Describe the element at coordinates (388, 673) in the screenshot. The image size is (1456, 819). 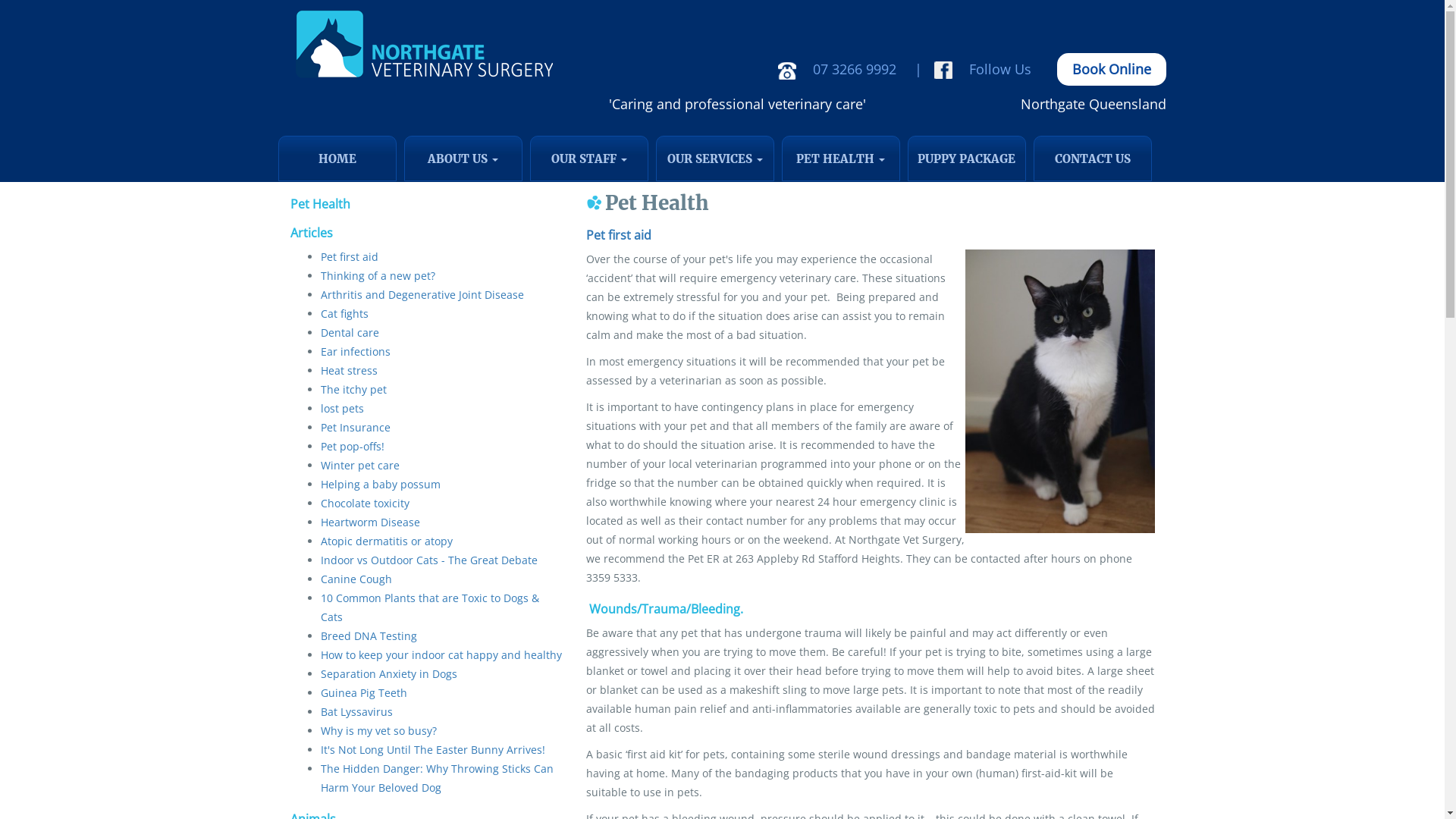
I see `'Separation Anxiety in Dogs'` at that location.